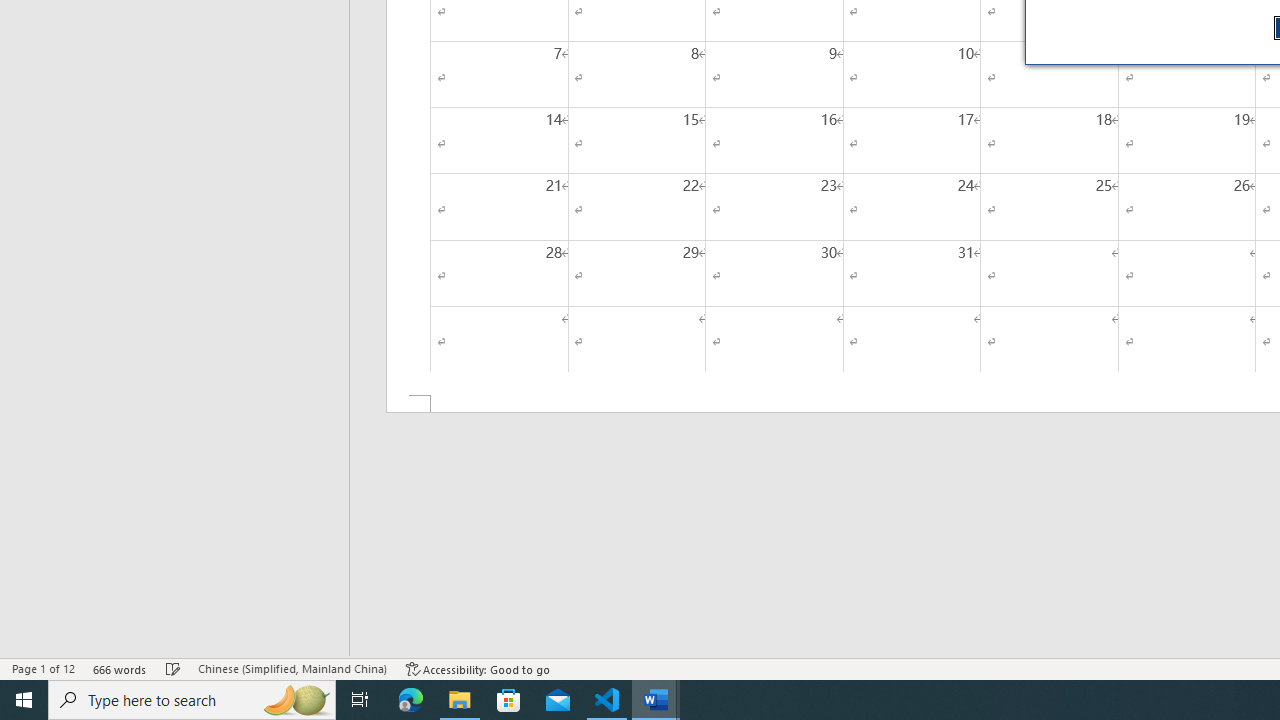  What do you see at coordinates (119, 669) in the screenshot?
I see `'Word Count 666 words'` at bounding box center [119, 669].